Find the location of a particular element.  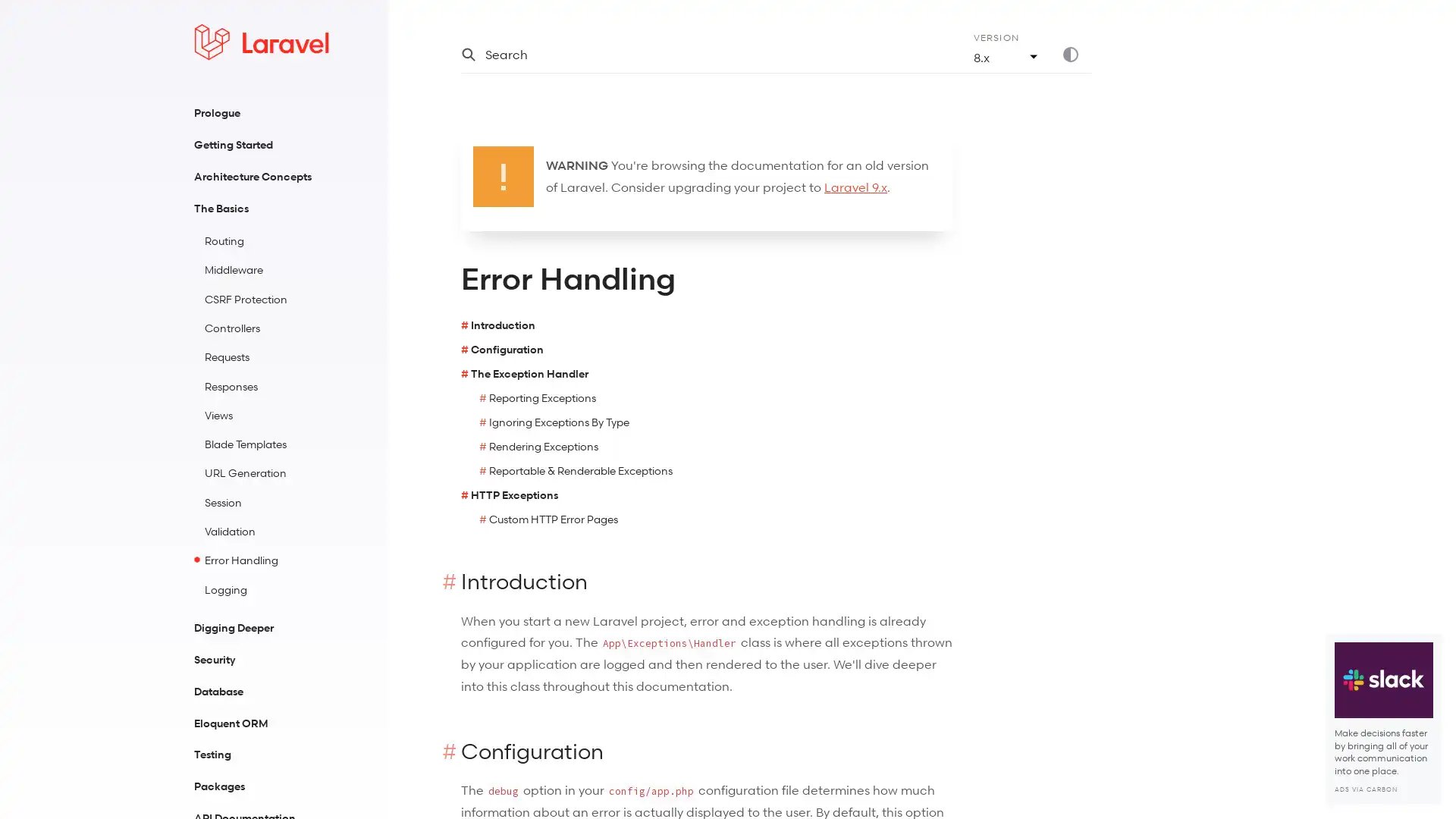

Switch to dark mode is located at coordinates (1076, 54).